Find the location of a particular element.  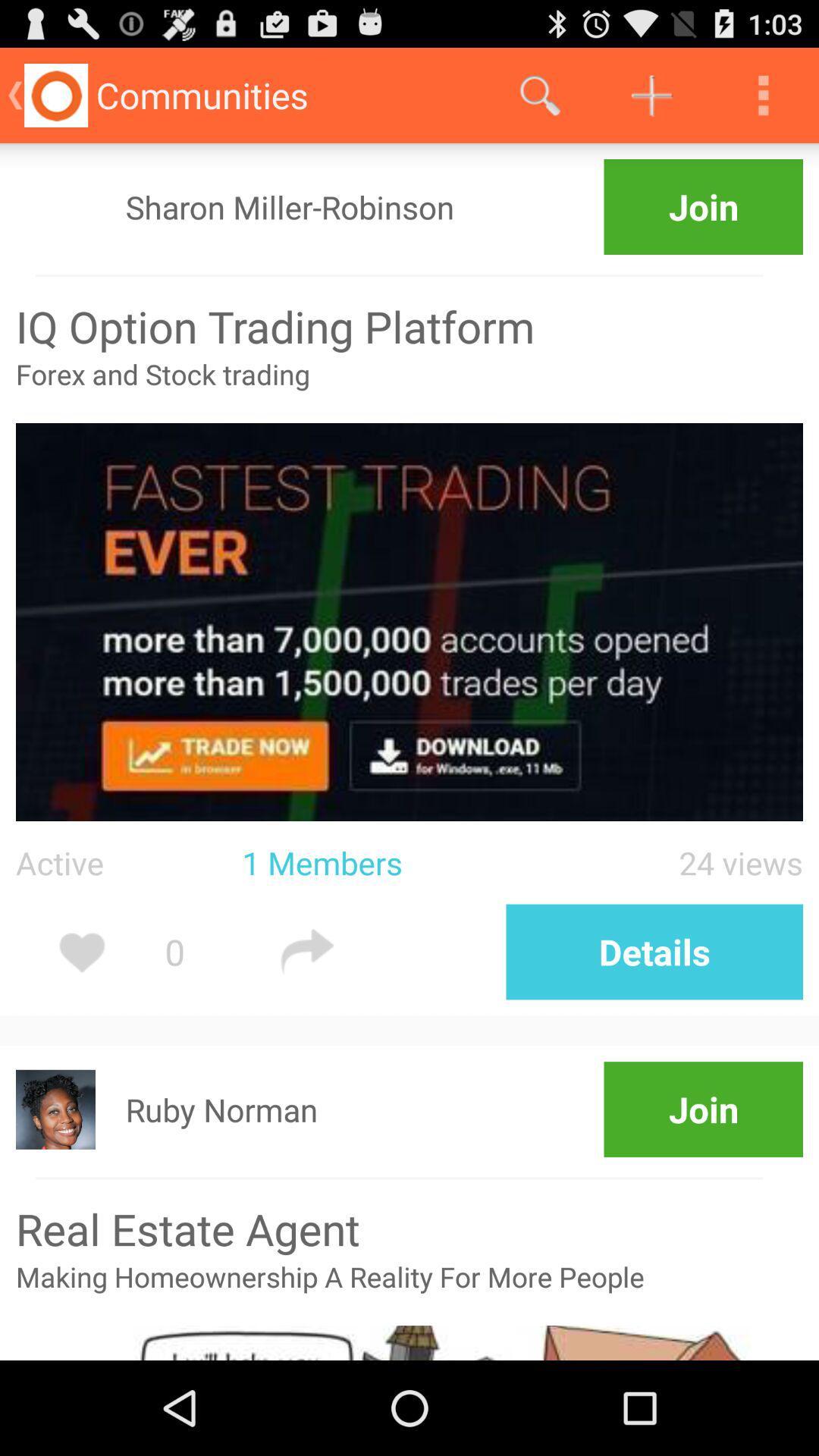

a image which is below forex and stock trading text is located at coordinates (409, 622).